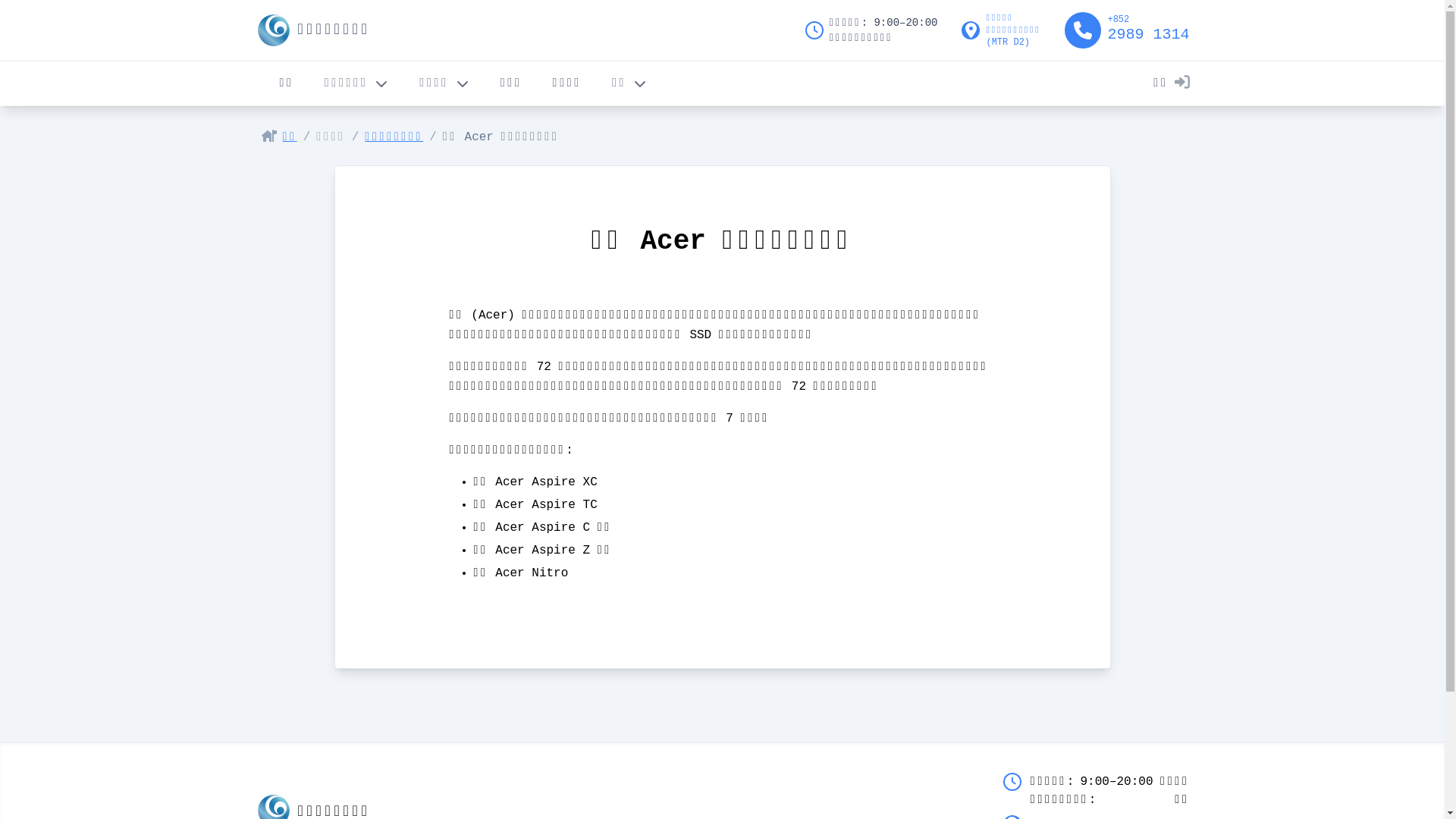 This screenshot has height=819, width=1456. What do you see at coordinates (1127, 30) in the screenshot?
I see `'+852` at bounding box center [1127, 30].